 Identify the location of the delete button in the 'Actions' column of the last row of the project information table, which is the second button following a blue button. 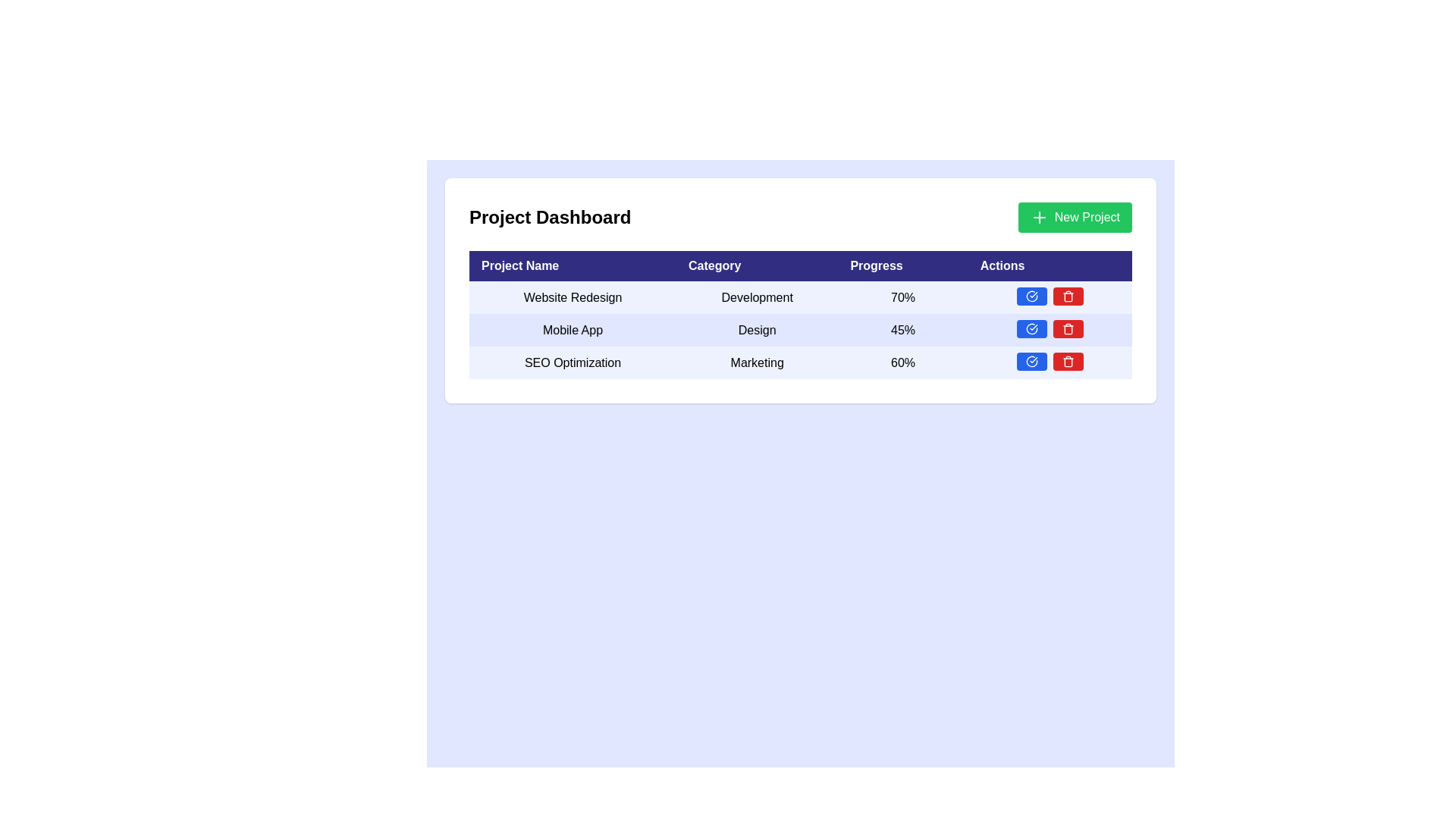
(1067, 296).